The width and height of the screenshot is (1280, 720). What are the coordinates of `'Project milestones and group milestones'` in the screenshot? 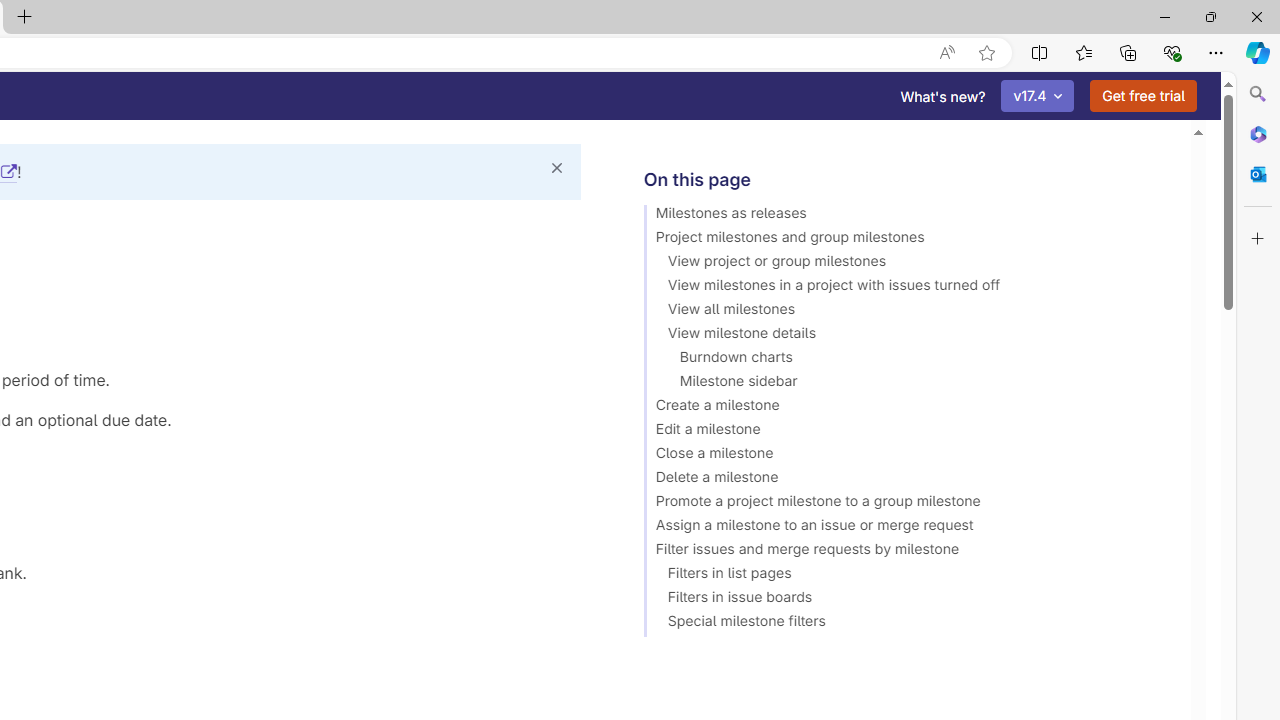 It's located at (907, 239).